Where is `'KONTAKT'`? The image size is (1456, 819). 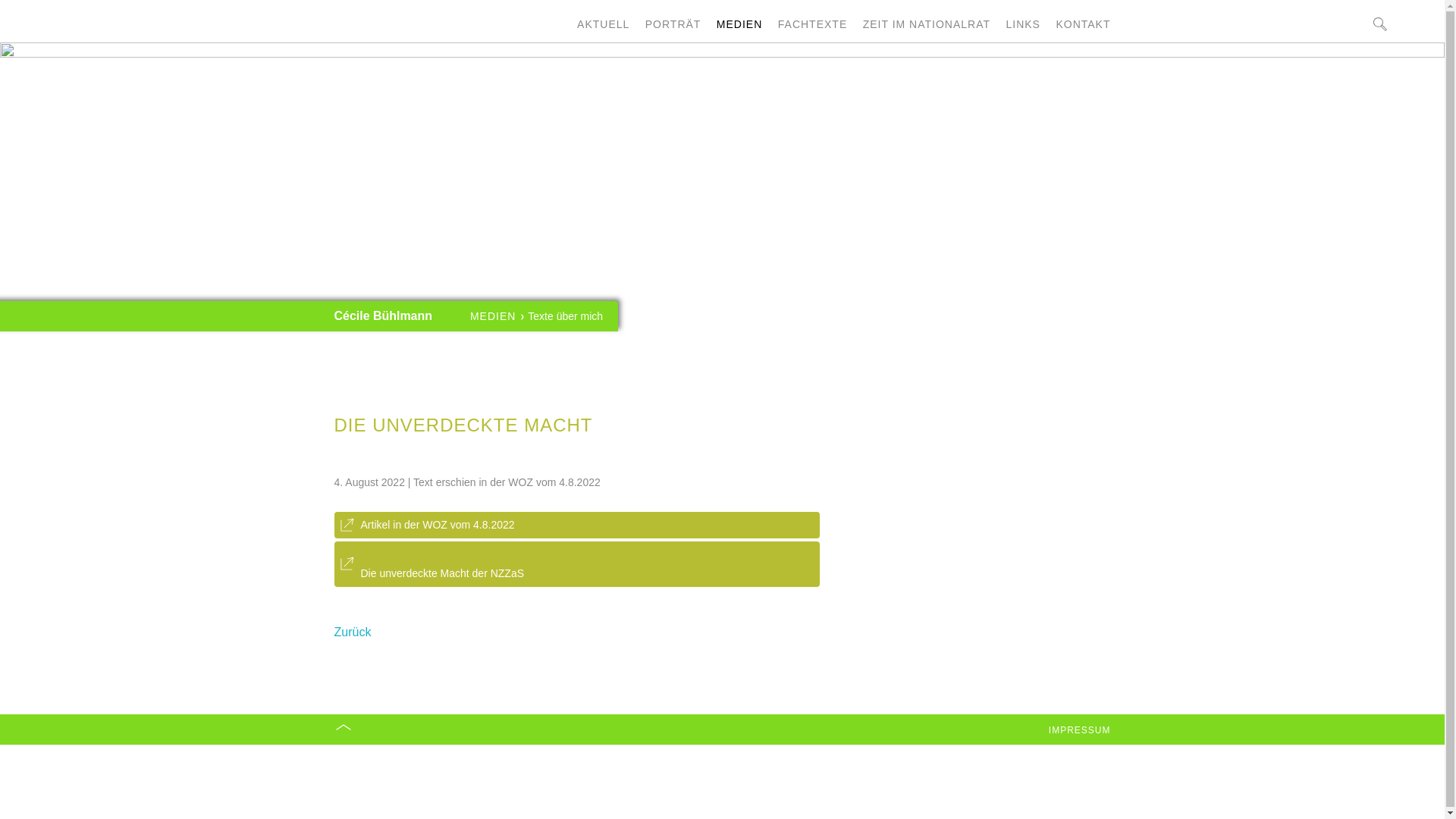
'KONTAKT' is located at coordinates (1081, 24).